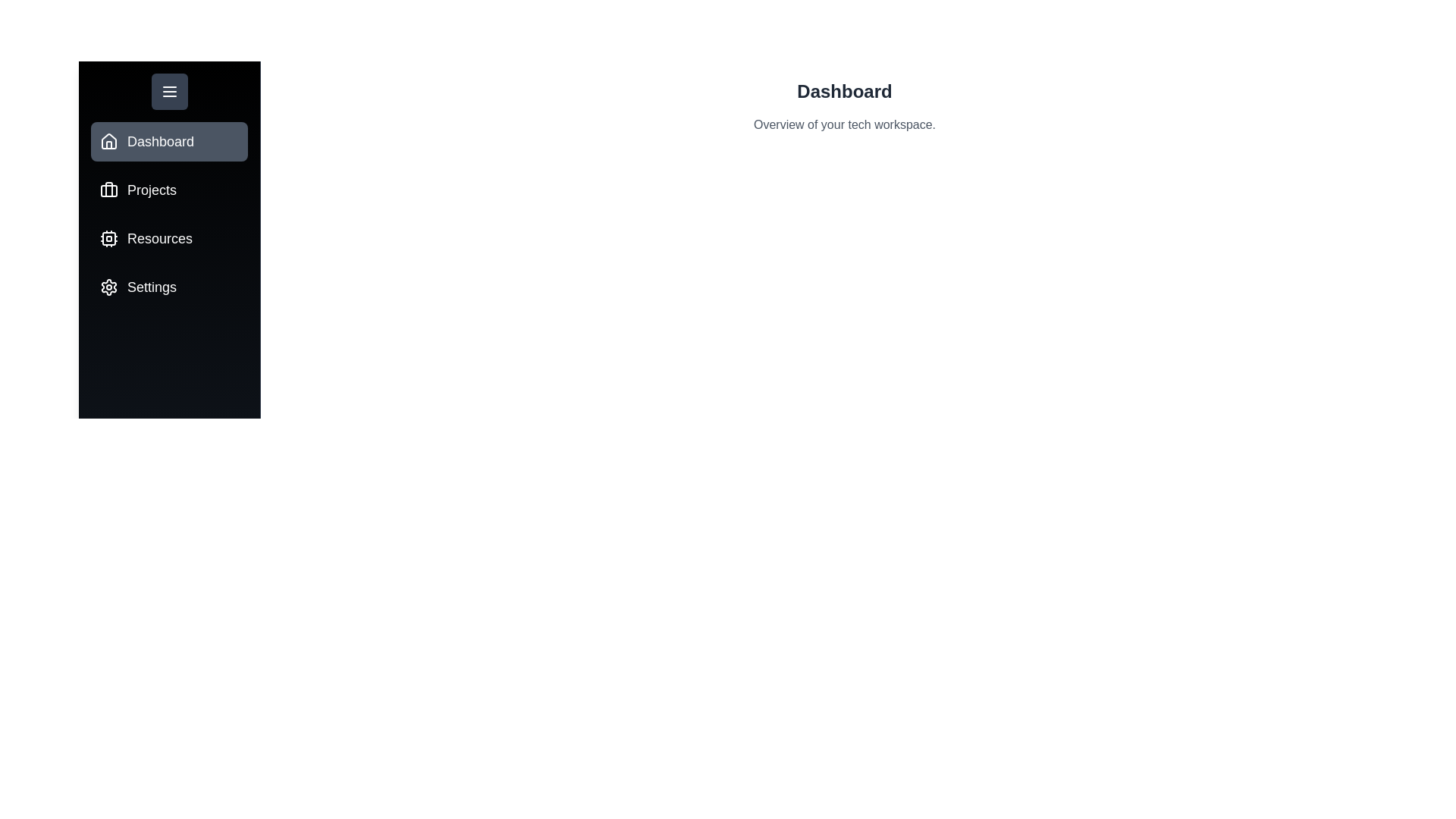  What do you see at coordinates (169, 91) in the screenshot?
I see `the drawer toggle button to toggle the drawer state` at bounding box center [169, 91].